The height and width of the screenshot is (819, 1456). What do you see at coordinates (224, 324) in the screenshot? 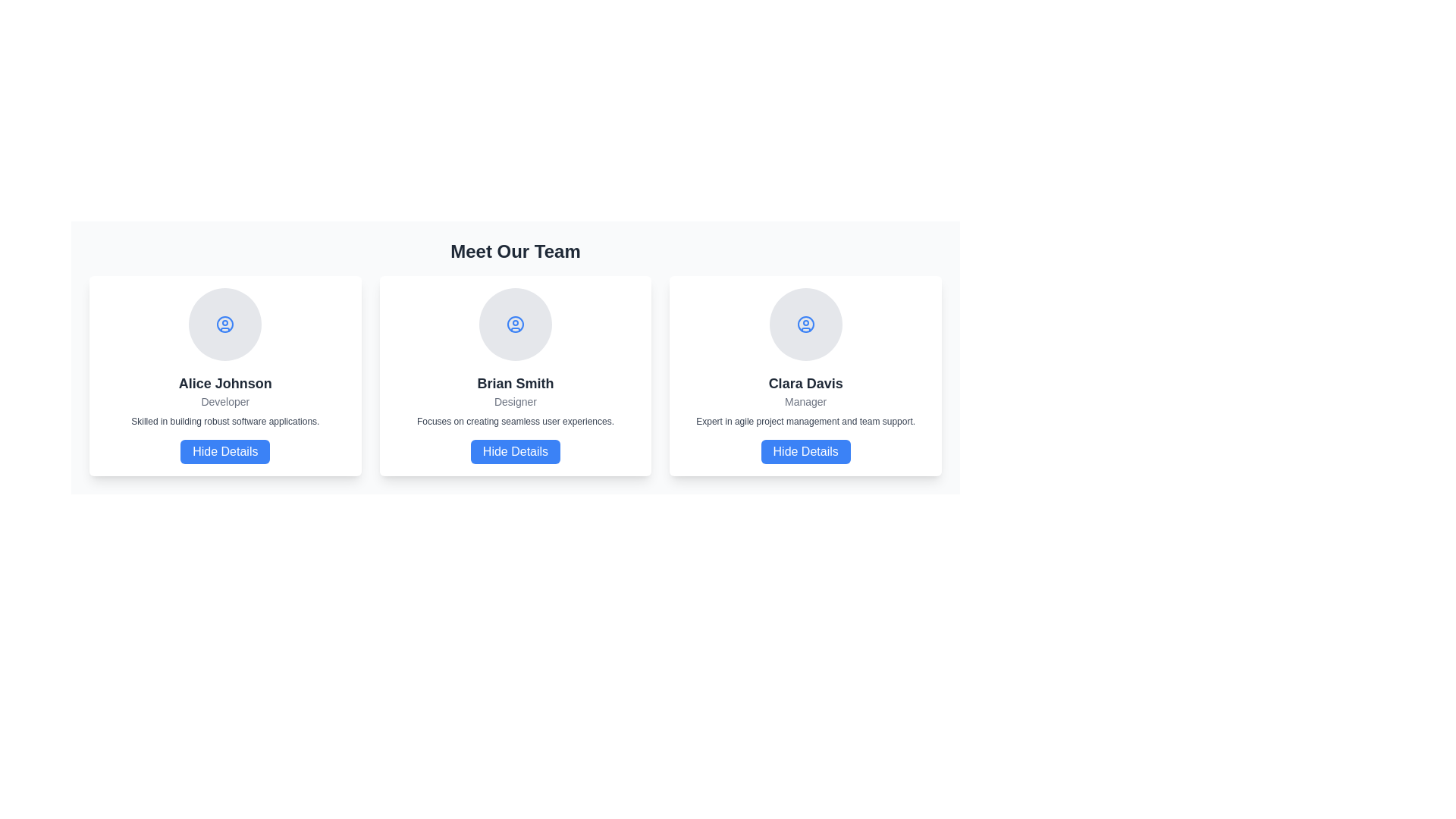
I see `the graphical icon representing Alice Johnson's profile, which is a circular outline within the profile image placeholder` at bounding box center [224, 324].